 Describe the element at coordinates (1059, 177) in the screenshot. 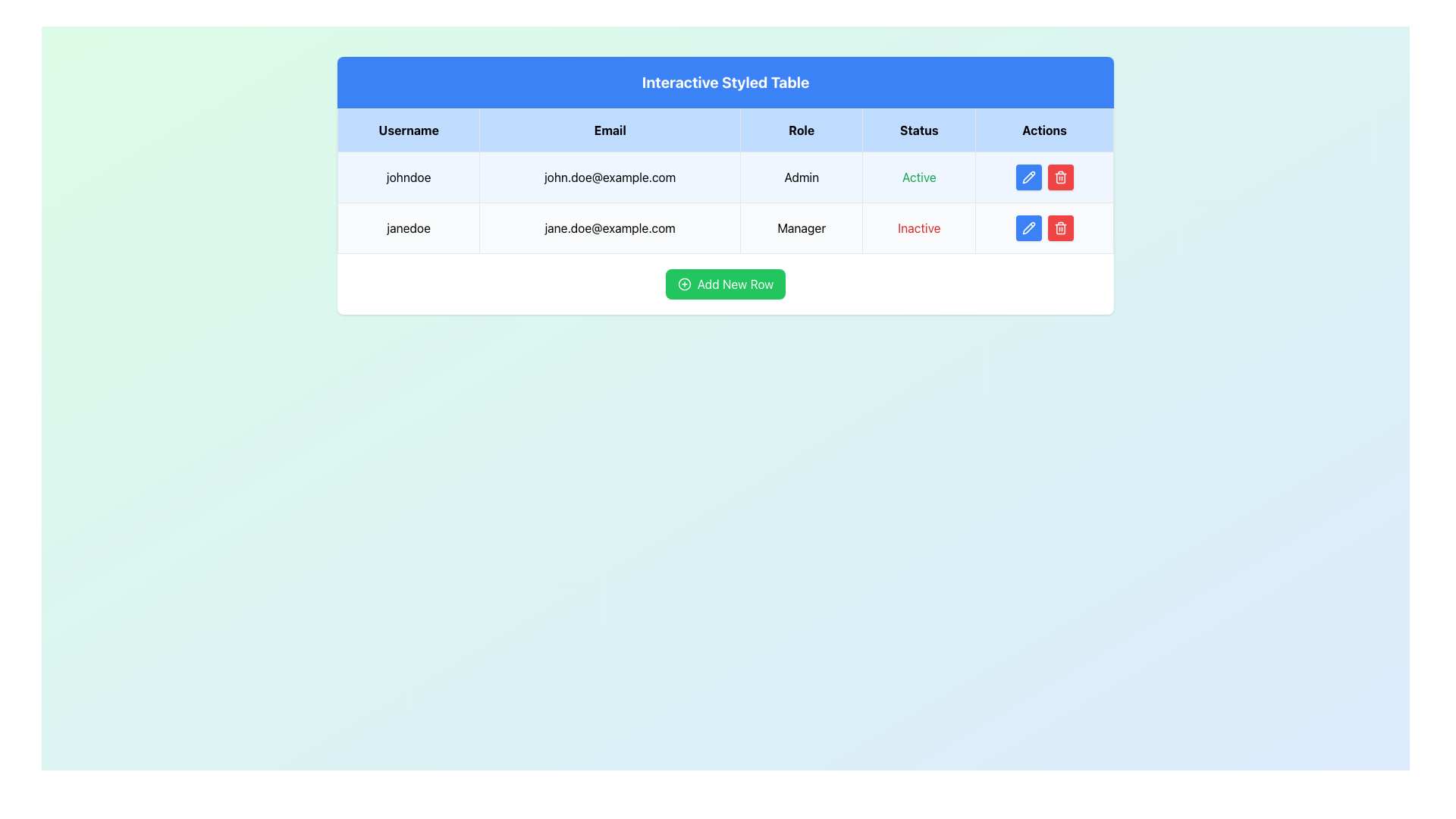

I see `the red trash icon button in the 'Actions' column of the second row` at that location.